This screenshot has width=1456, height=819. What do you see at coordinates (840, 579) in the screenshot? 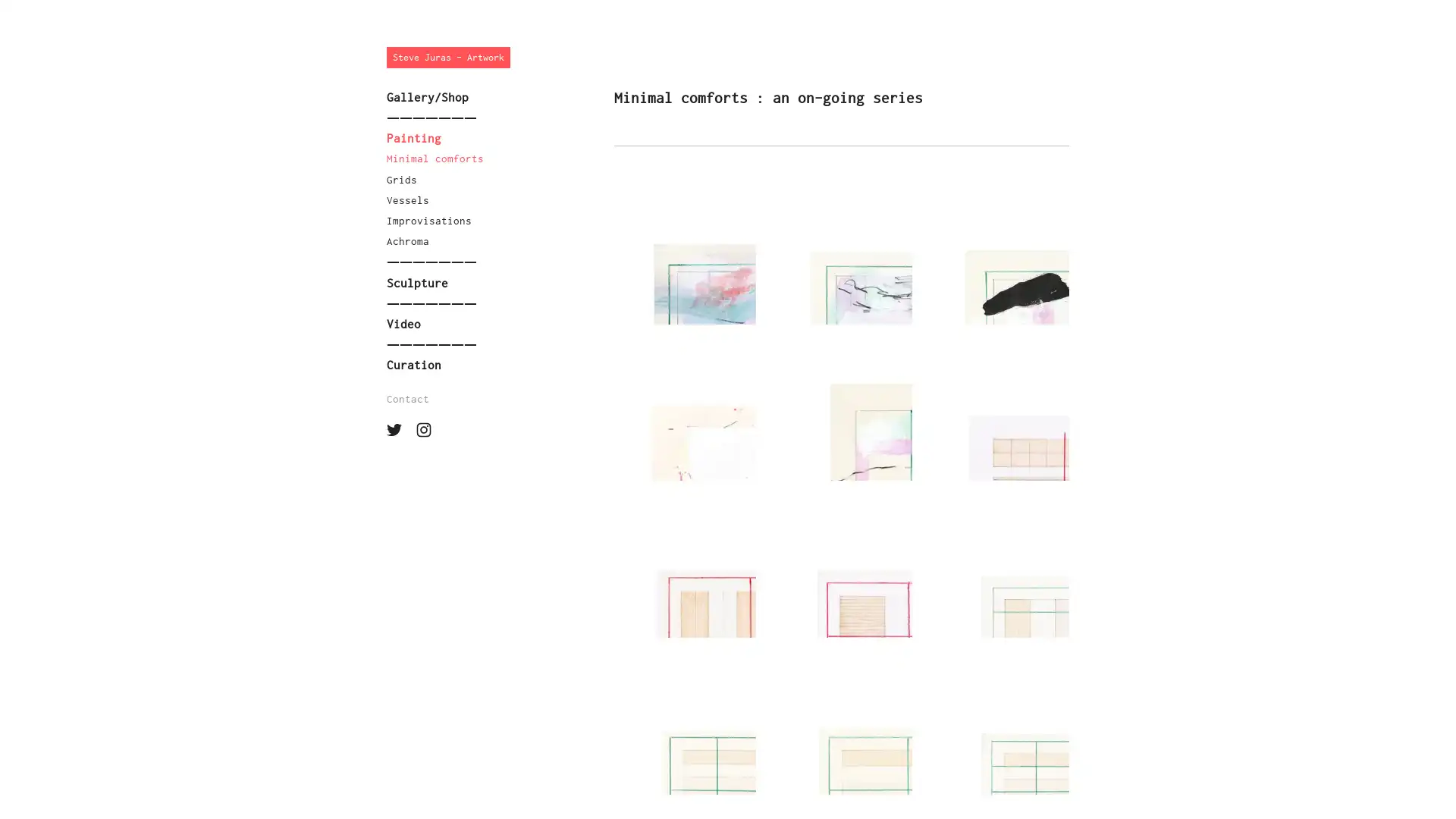
I see `View fullsize Kissing booth` at bounding box center [840, 579].